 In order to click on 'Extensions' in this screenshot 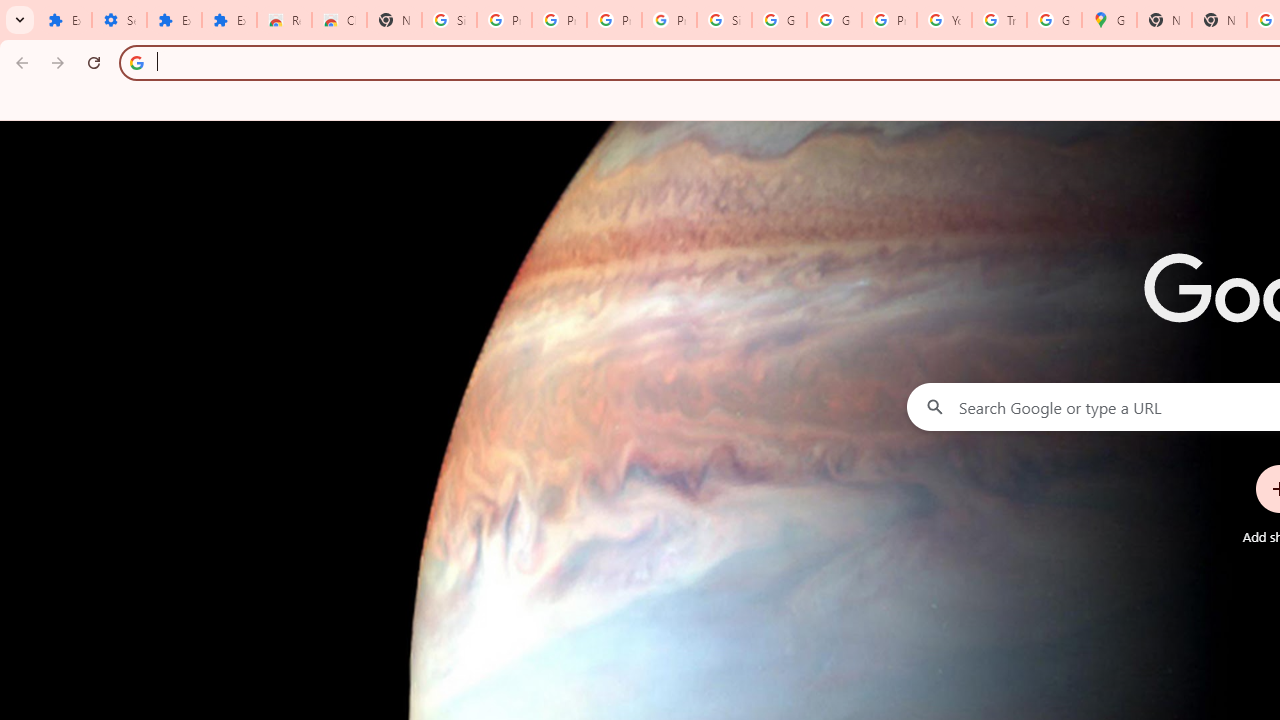, I will do `click(174, 20)`.